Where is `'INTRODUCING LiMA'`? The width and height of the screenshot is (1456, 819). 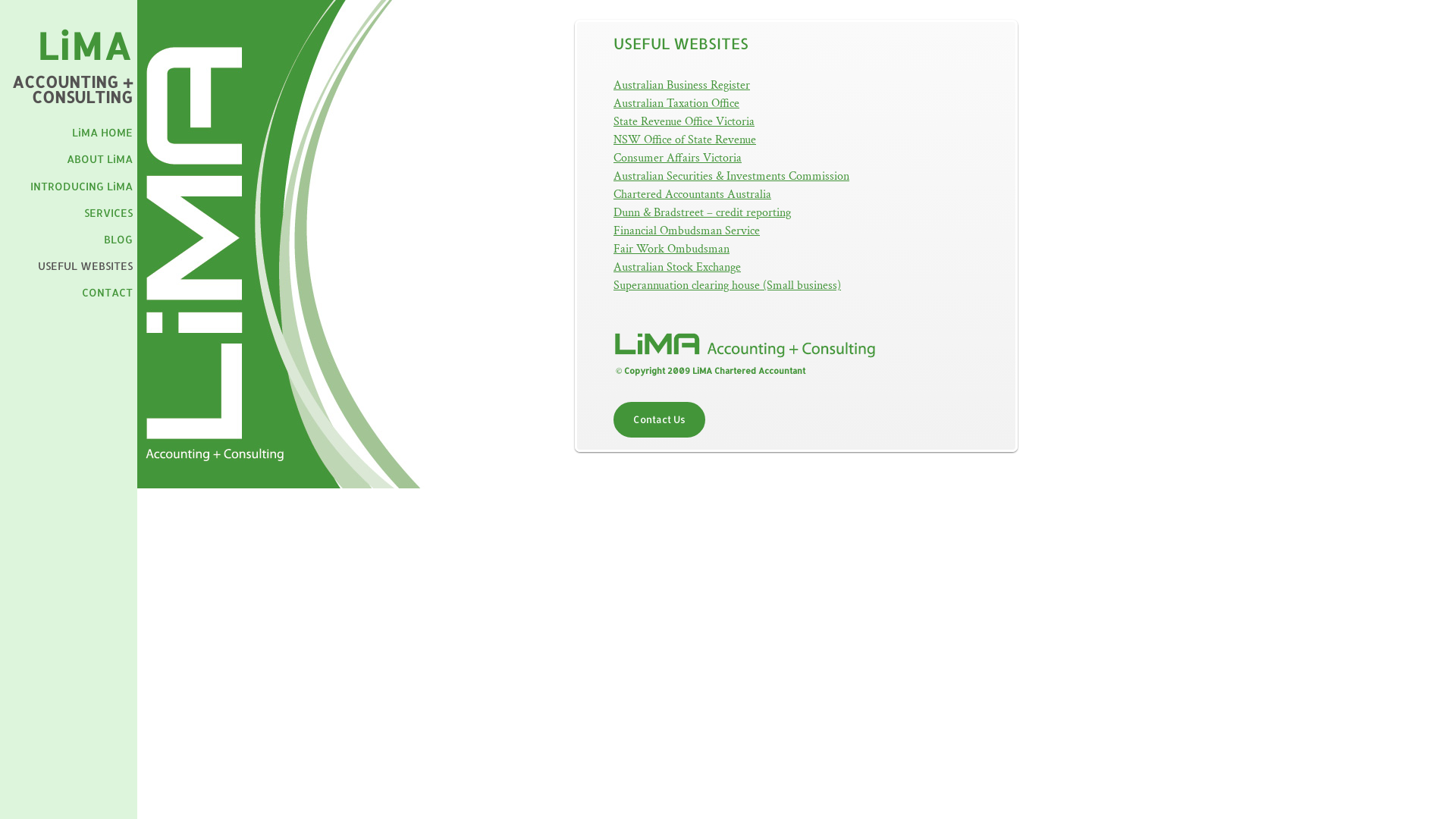 'INTRODUCING LiMA' is located at coordinates (80, 185).